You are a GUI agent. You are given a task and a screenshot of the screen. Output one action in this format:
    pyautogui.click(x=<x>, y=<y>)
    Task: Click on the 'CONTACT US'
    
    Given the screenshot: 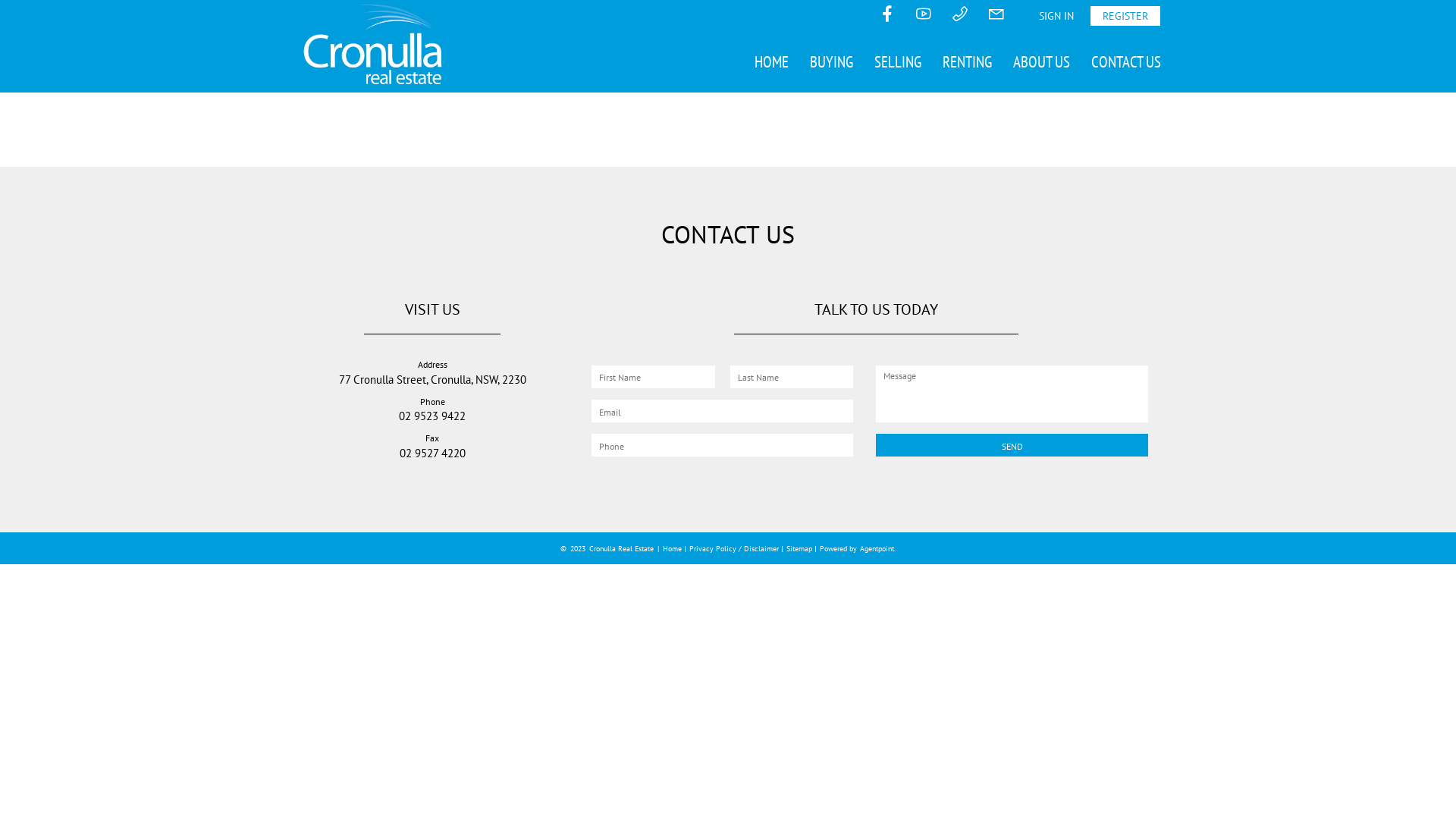 What is the action you would take?
    pyautogui.click(x=1125, y=61)
    